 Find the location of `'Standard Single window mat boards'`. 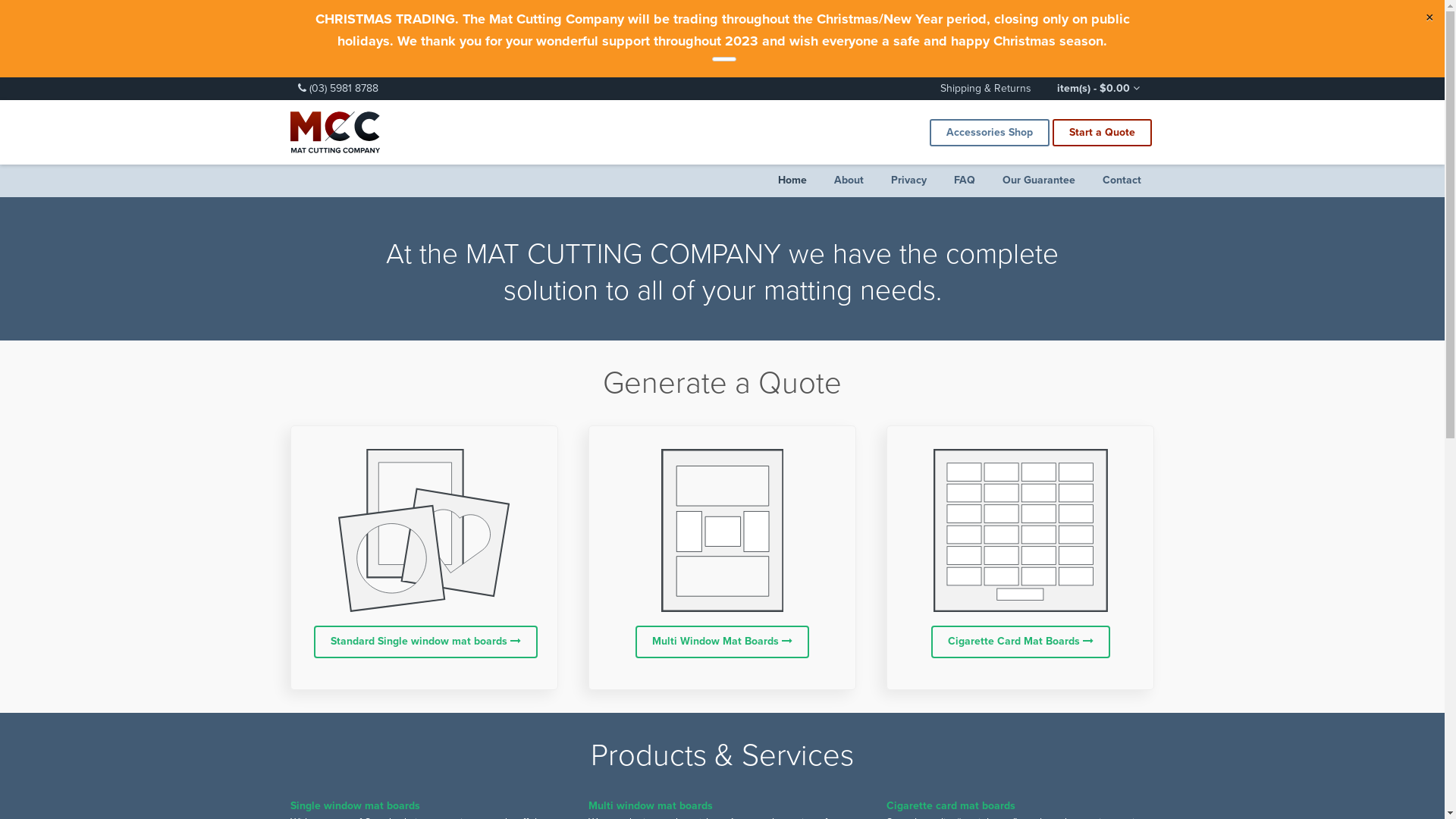

'Standard Single window mat boards' is located at coordinates (425, 642).